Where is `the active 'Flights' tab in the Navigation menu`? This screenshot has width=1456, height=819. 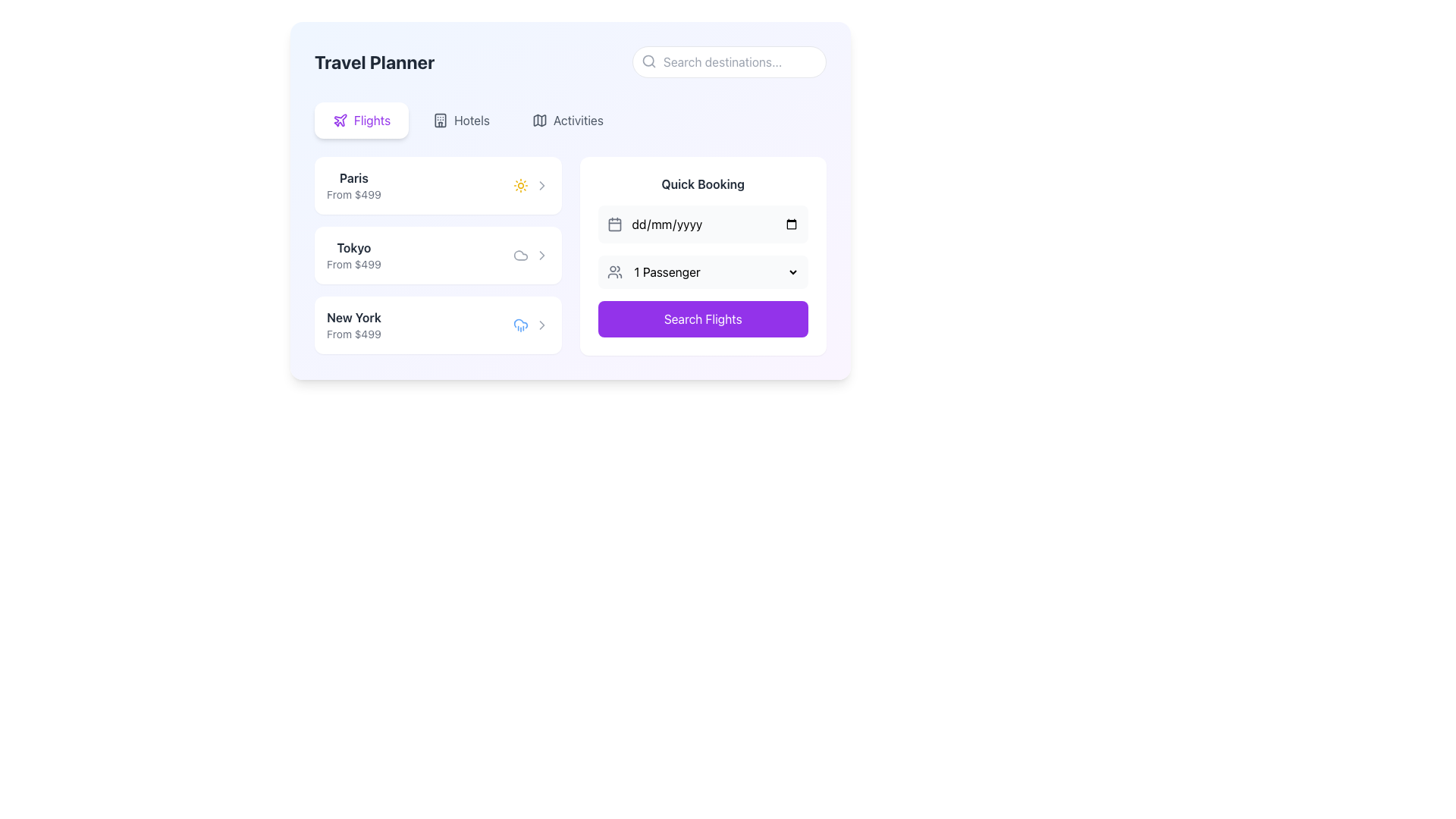
the active 'Flights' tab in the Navigation menu is located at coordinates (570, 119).